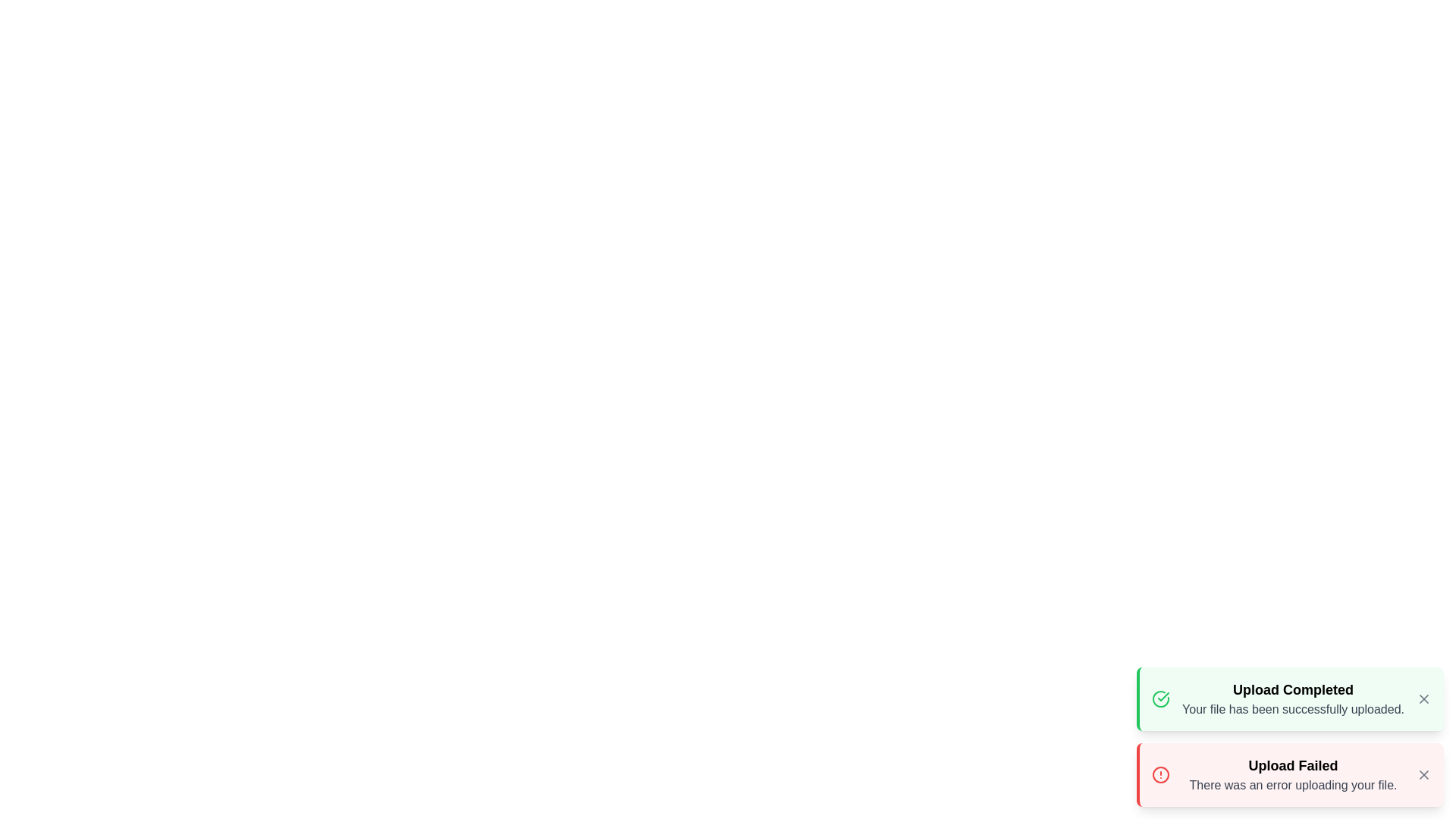 The height and width of the screenshot is (819, 1456). Describe the element at coordinates (1423, 698) in the screenshot. I see `the cross-shaped icon used for closing or canceling actions` at that location.